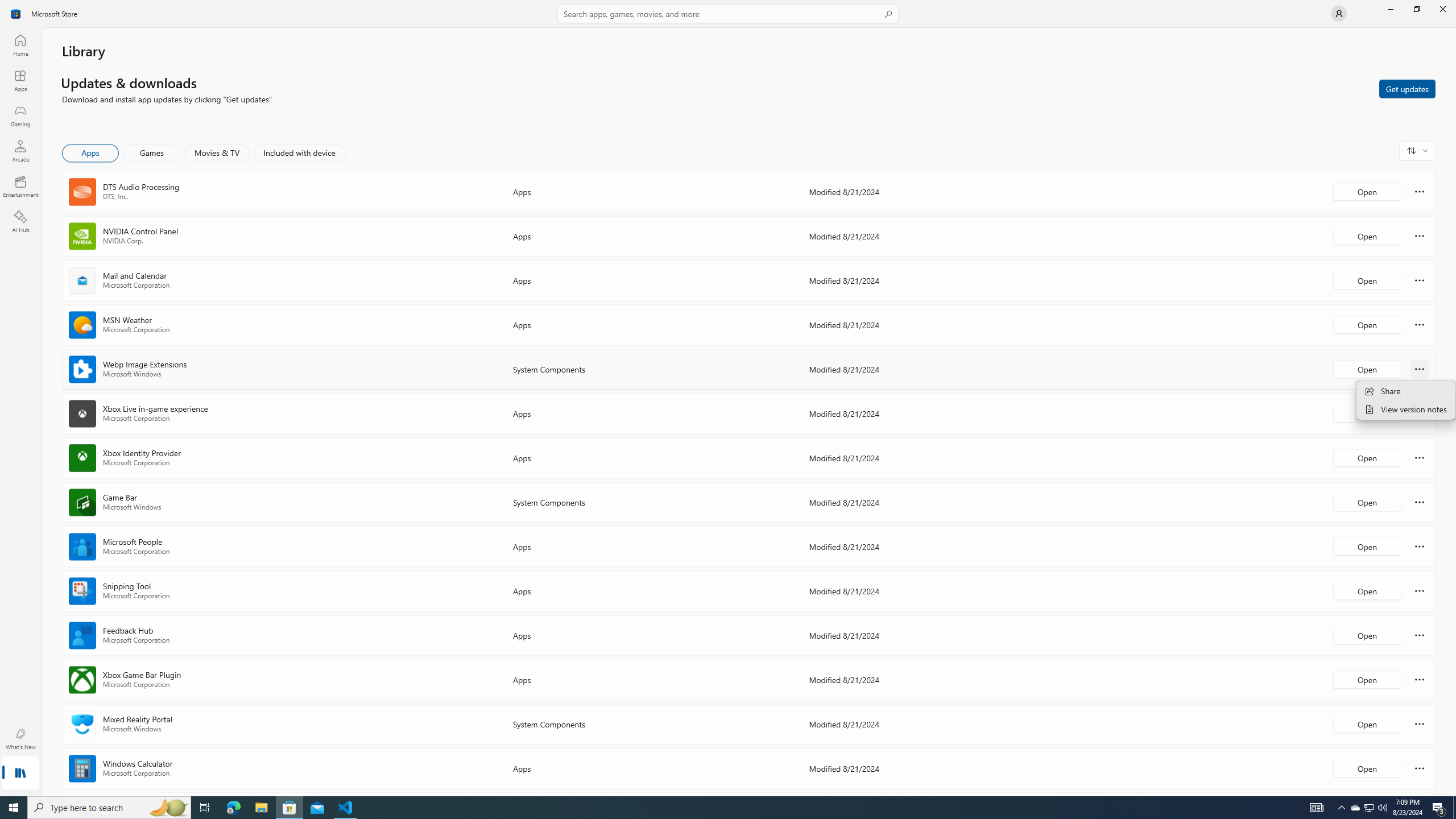 This screenshot has height=819, width=1456. Describe the element at coordinates (1416, 9) in the screenshot. I see `'Restore Microsoft Store'` at that location.